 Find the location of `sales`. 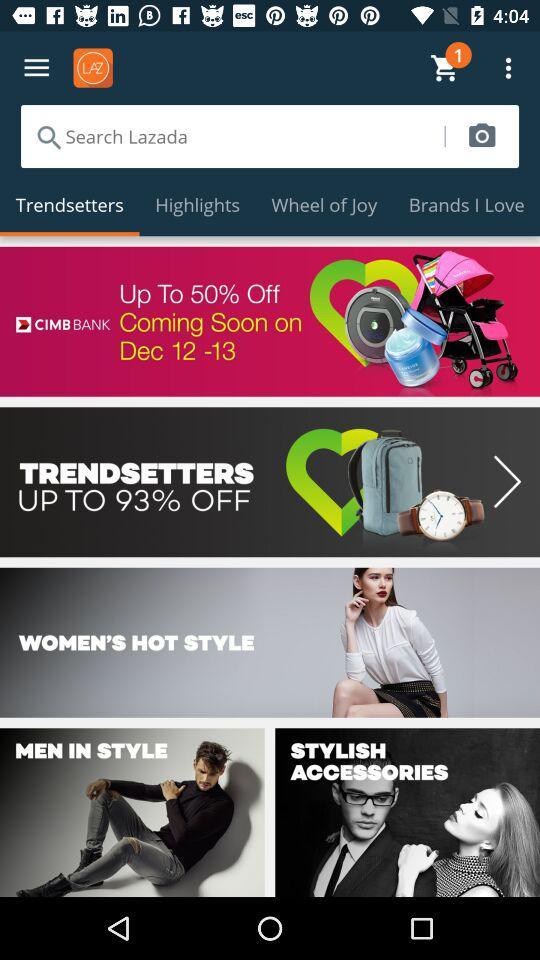

sales is located at coordinates (270, 481).